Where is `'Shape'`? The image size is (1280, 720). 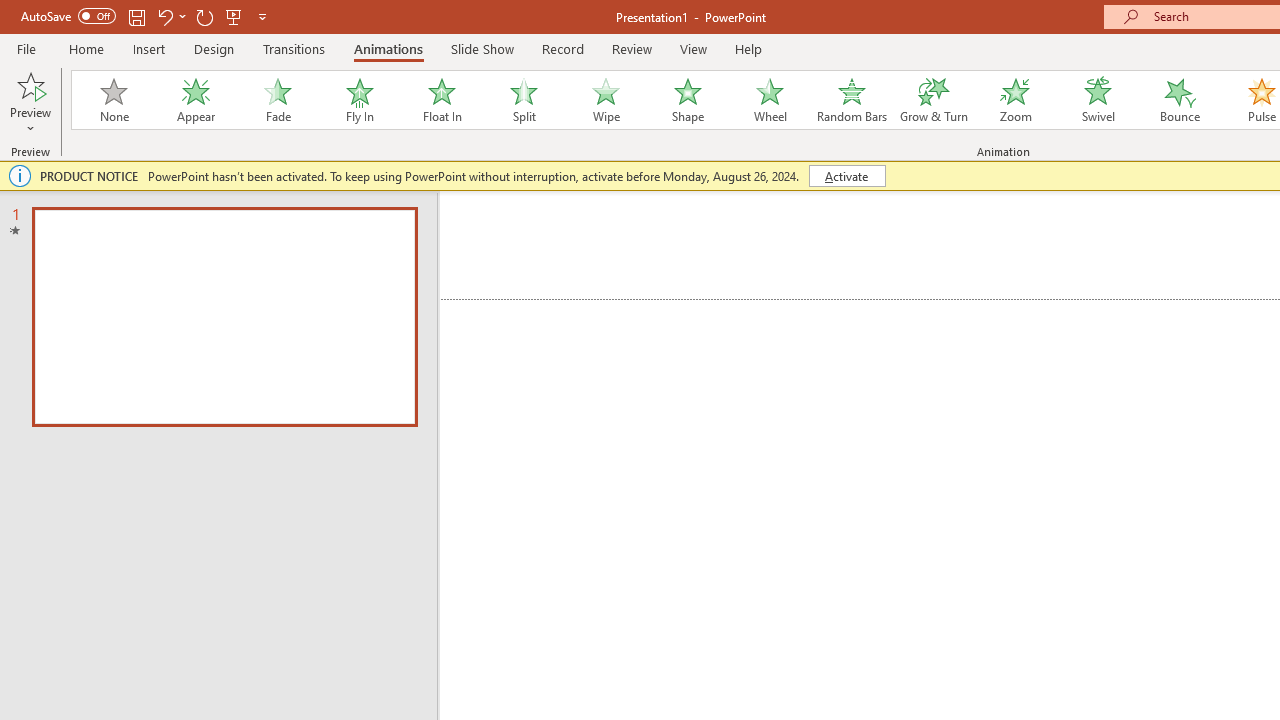 'Shape' is located at coordinates (688, 100).